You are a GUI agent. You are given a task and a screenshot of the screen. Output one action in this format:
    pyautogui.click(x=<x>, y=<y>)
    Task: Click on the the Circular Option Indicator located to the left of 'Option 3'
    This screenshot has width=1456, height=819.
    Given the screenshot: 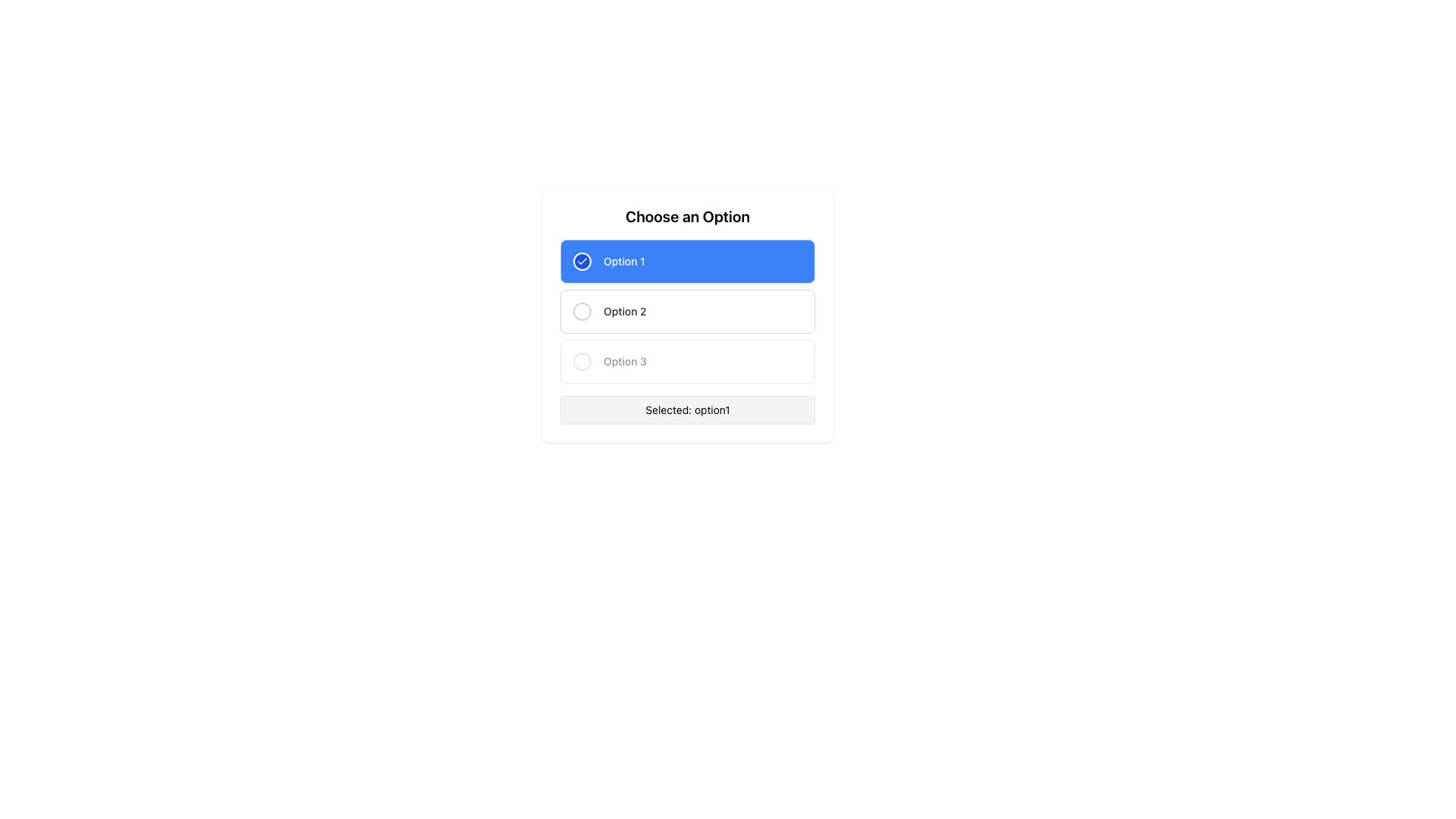 What is the action you would take?
    pyautogui.click(x=582, y=362)
    